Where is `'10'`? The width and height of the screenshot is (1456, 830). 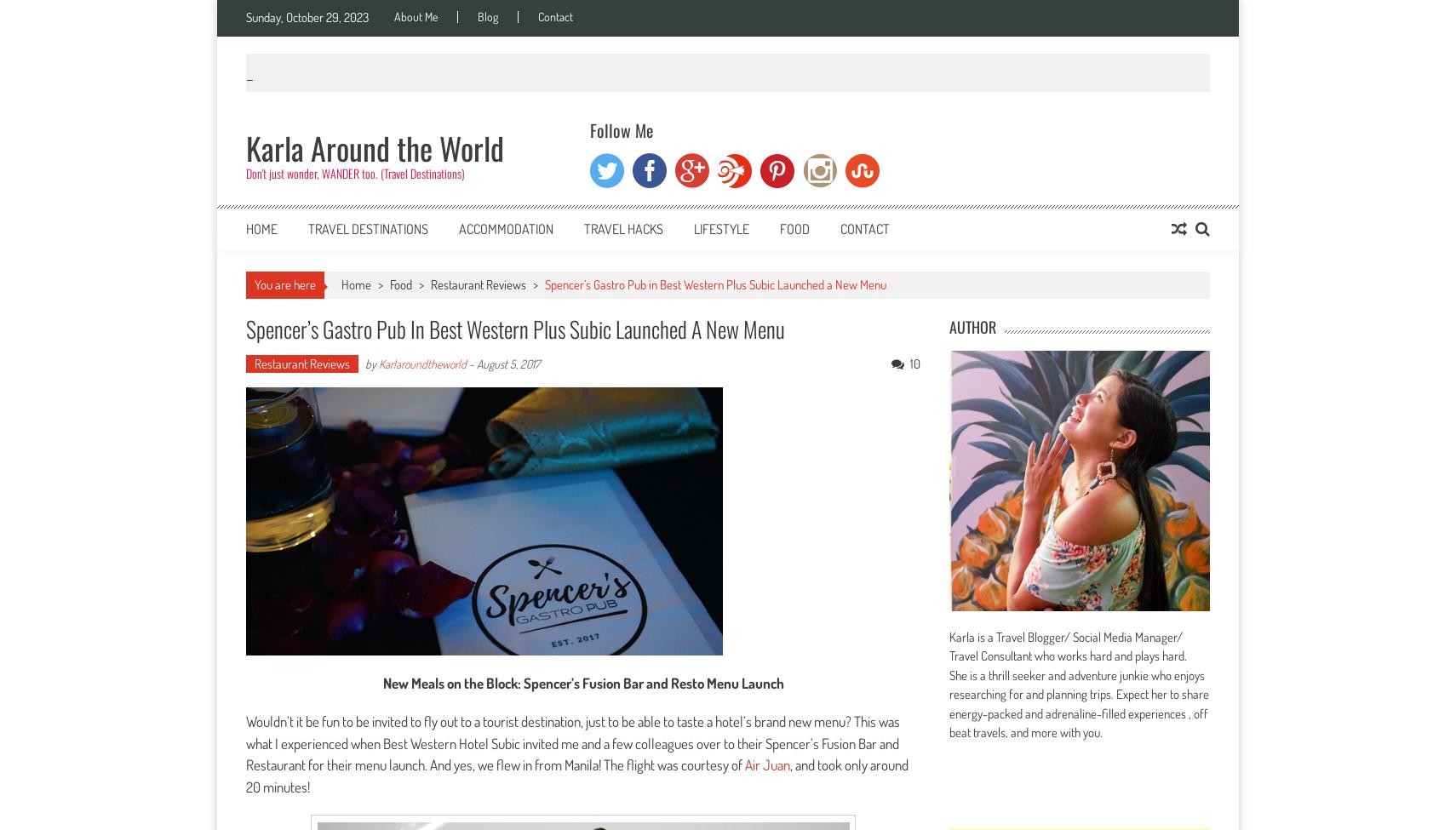 '10' is located at coordinates (914, 363).